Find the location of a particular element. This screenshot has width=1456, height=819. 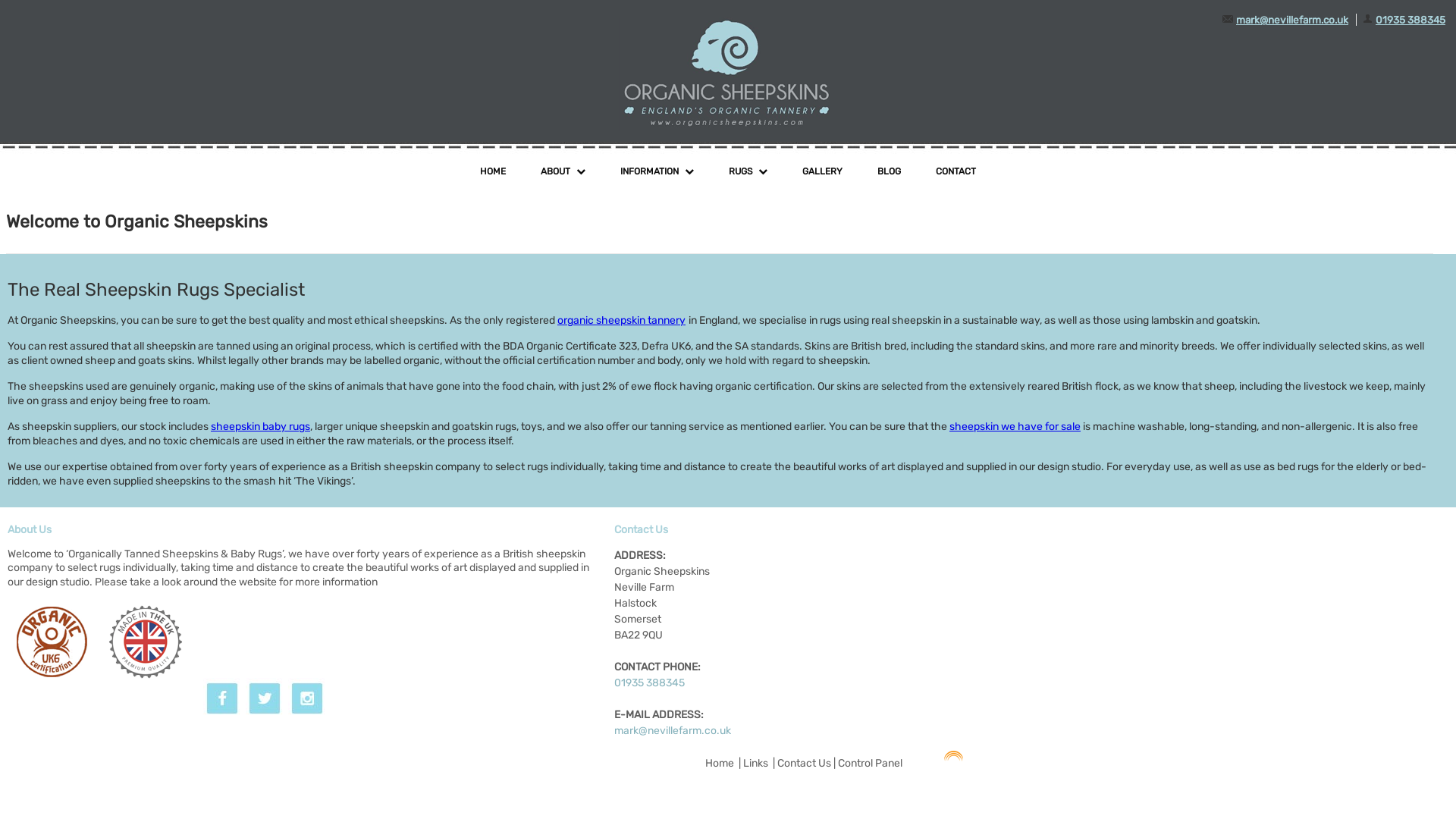

'RUGS' is located at coordinates (748, 171).